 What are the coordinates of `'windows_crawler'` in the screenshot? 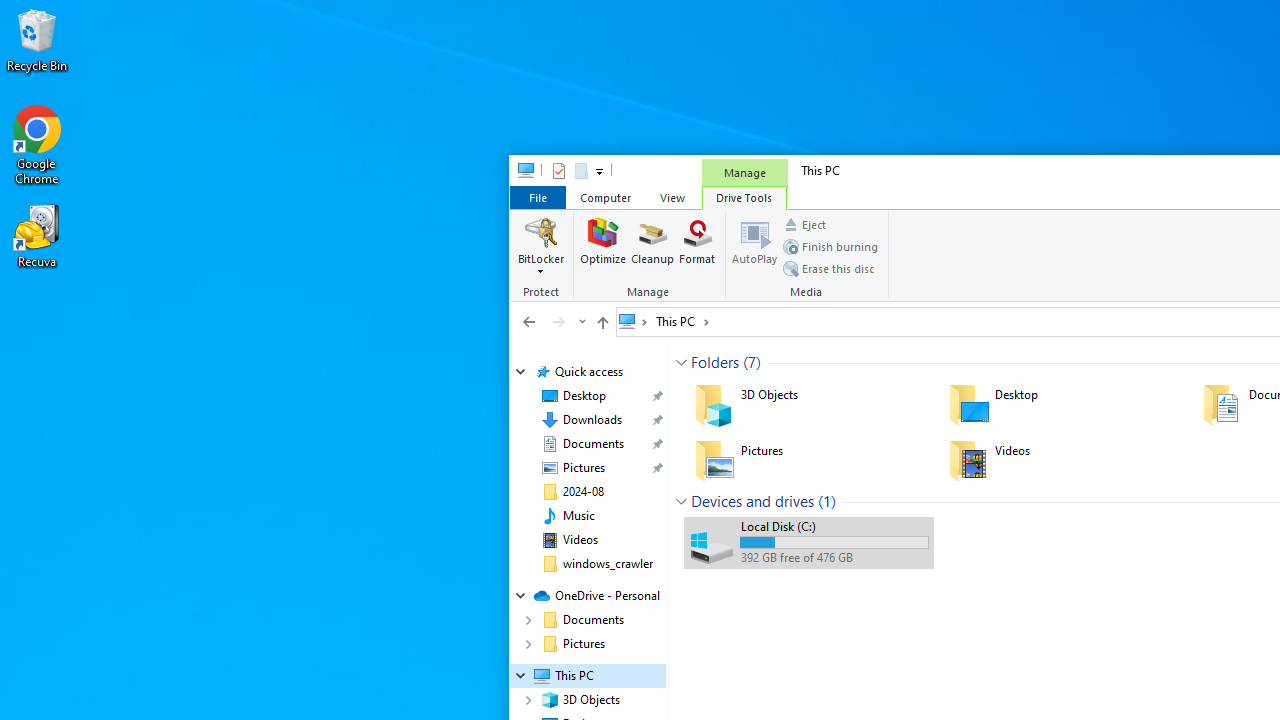 It's located at (607, 564).